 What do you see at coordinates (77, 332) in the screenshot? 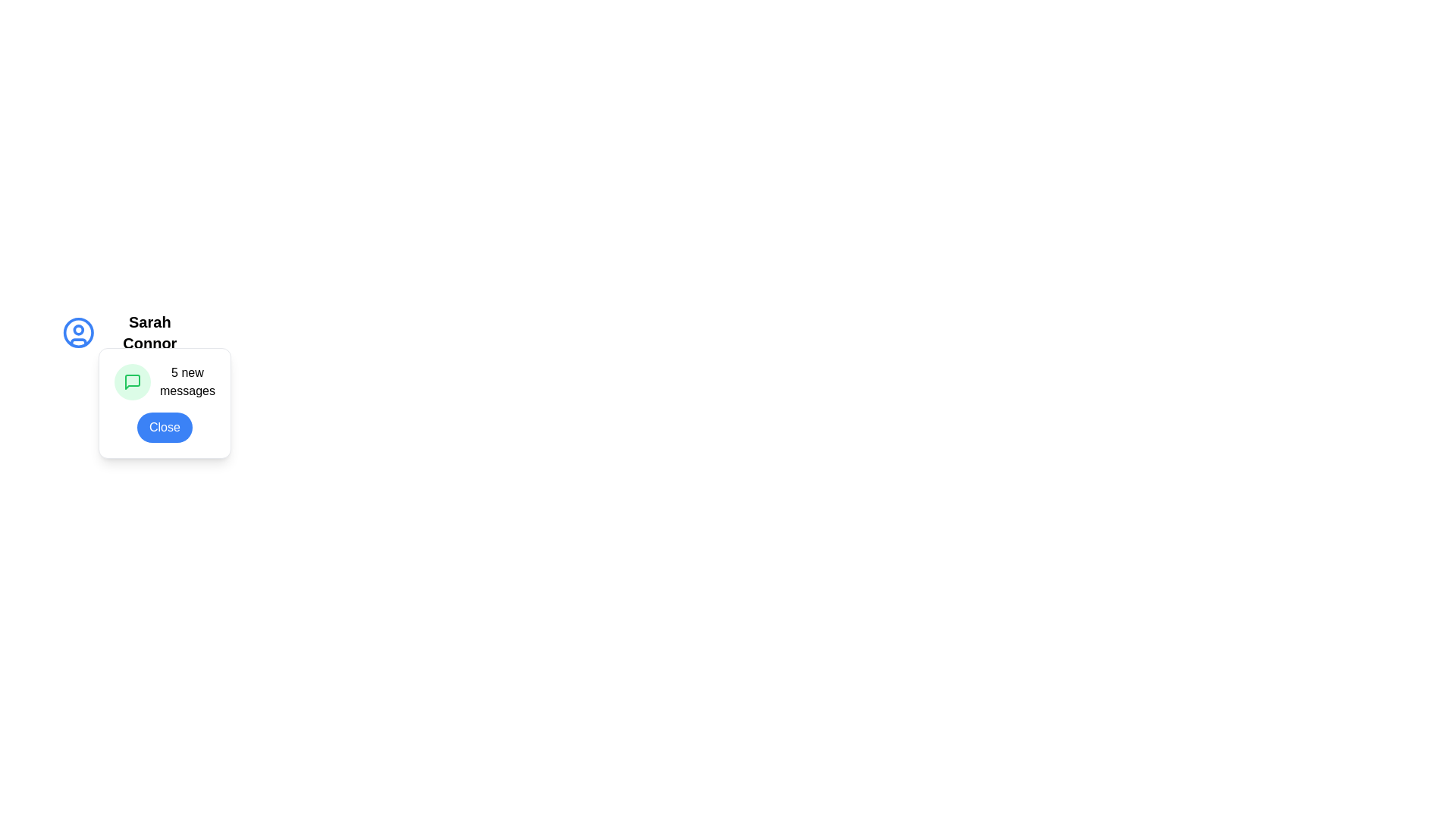
I see `the user profile icon located to the left of the text 'Sarah Connor'` at bounding box center [77, 332].